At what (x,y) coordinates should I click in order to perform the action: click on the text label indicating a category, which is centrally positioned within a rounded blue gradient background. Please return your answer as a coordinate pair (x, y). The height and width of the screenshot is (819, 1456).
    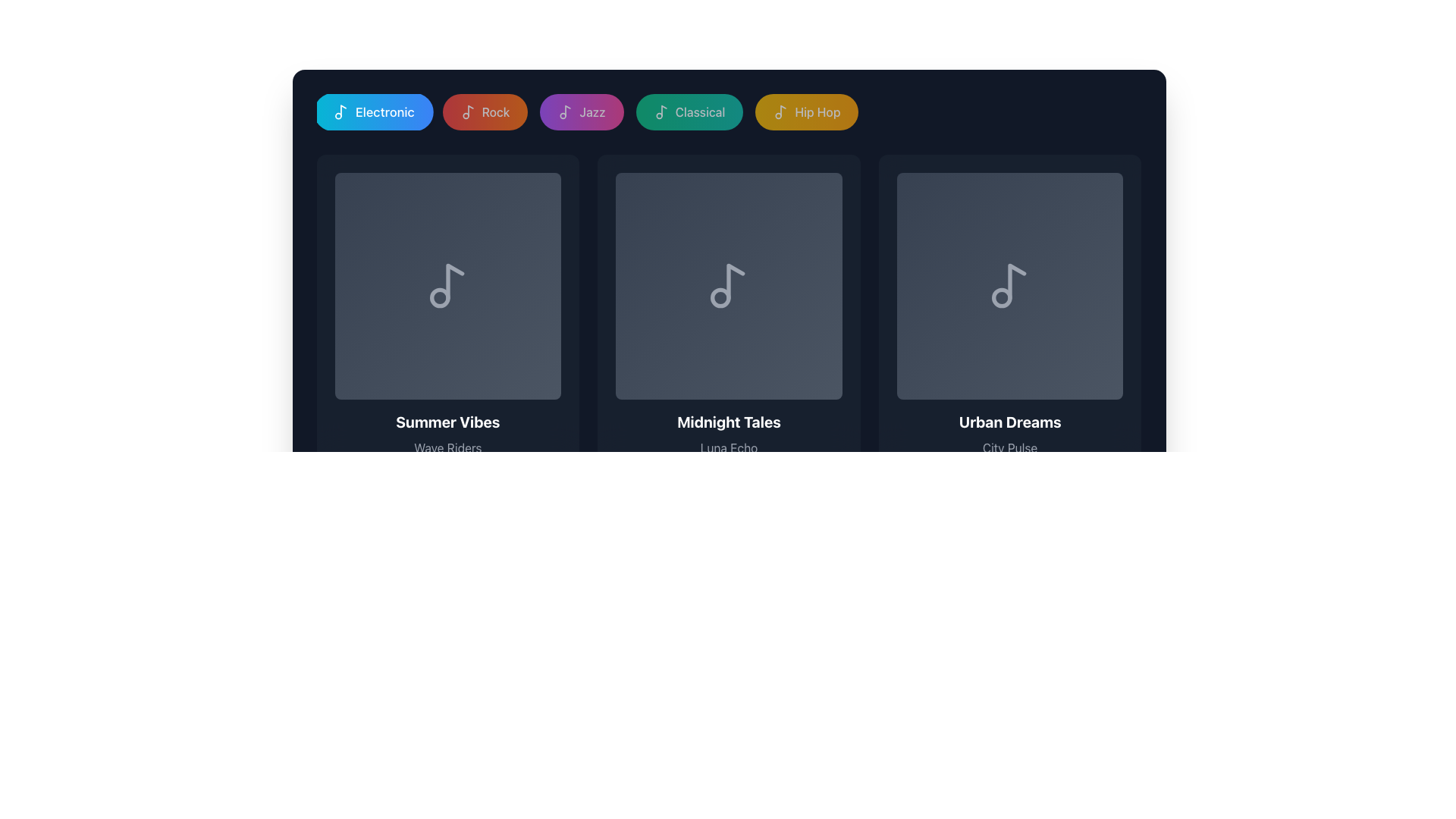
    Looking at the image, I should click on (384, 111).